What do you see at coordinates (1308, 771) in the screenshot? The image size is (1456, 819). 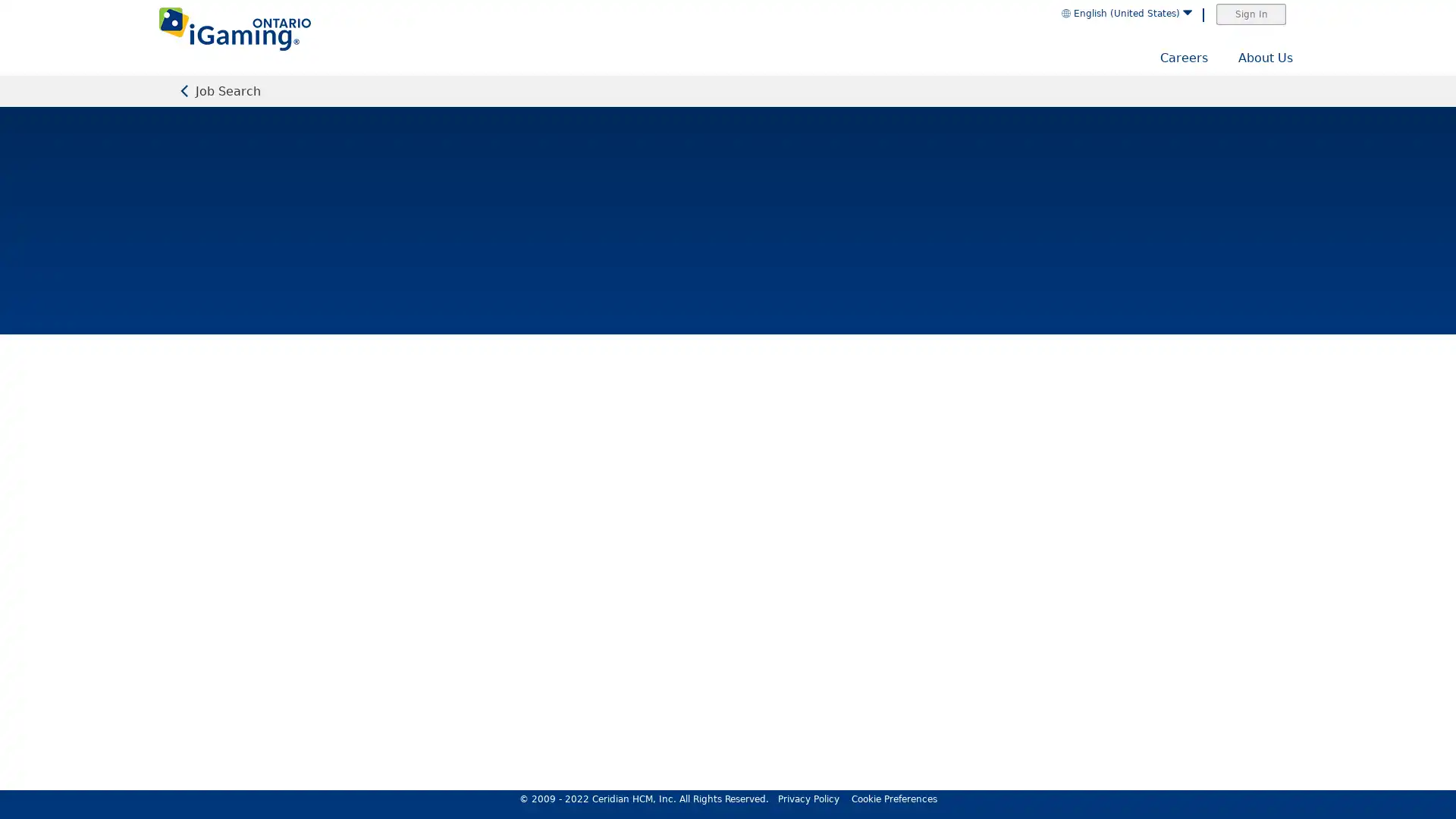 I see `Reject` at bounding box center [1308, 771].